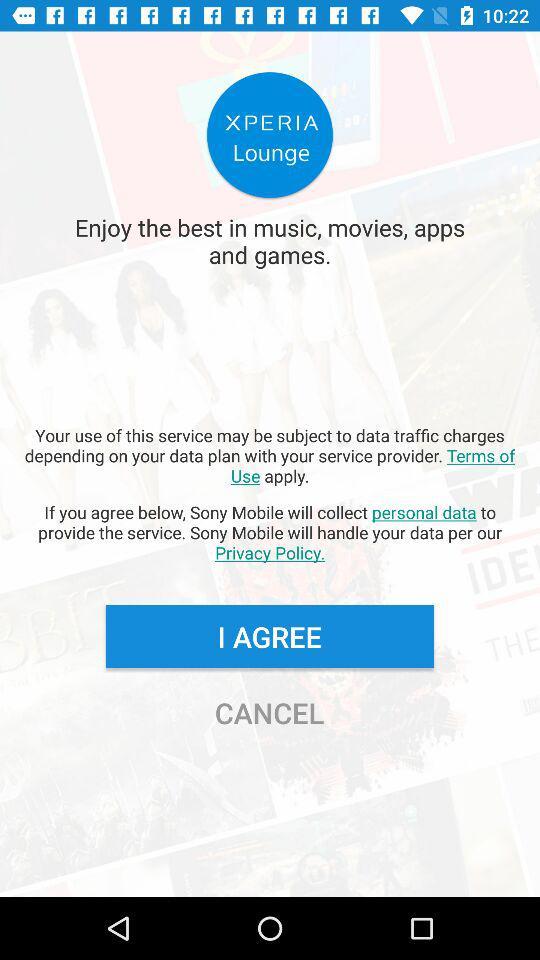 Image resolution: width=540 pixels, height=960 pixels. What do you see at coordinates (269, 635) in the screenshot?
I see `the item below the if you agree icon` at bounding box center [269, 635].